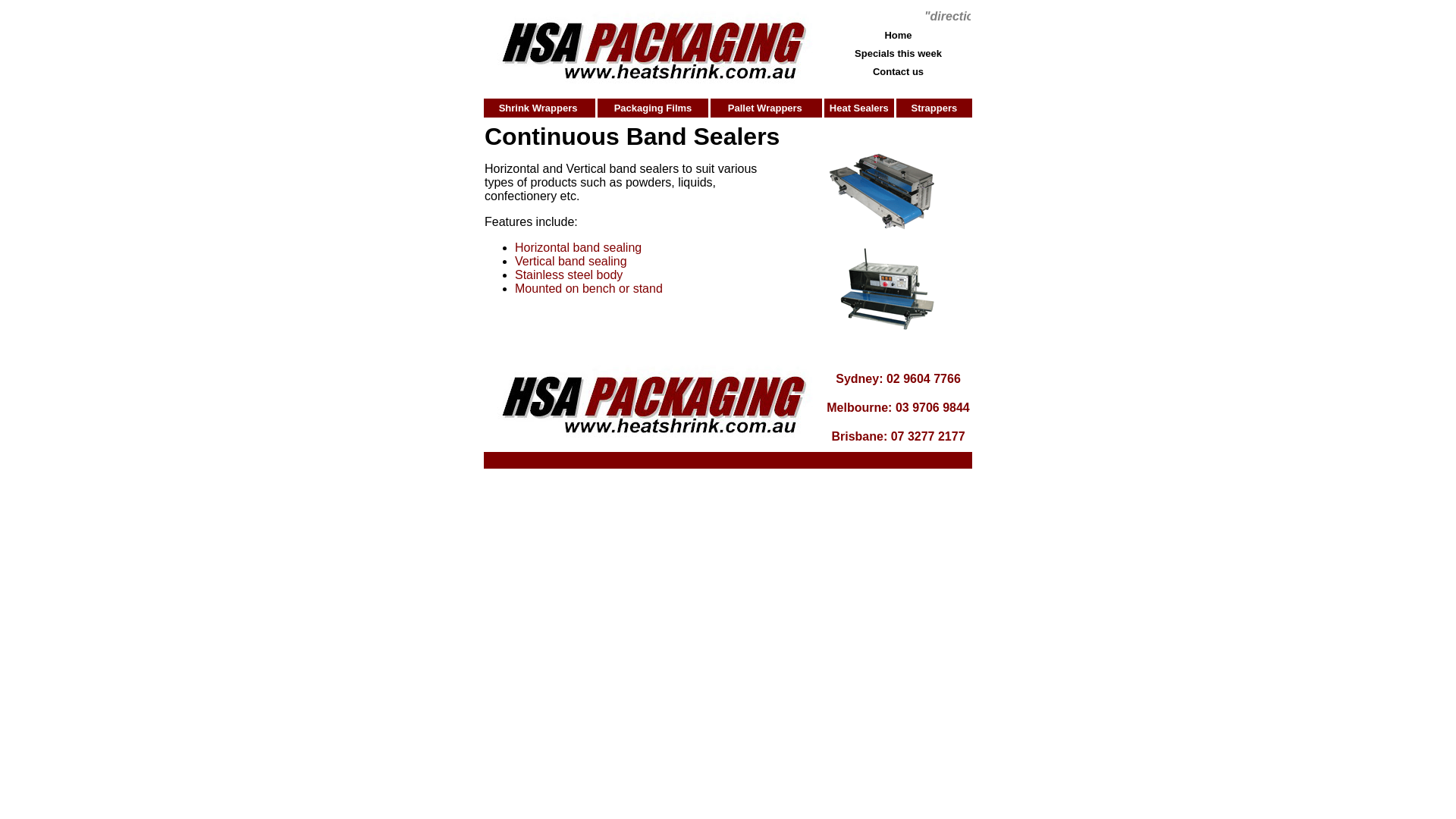 The width and height of the screenshot is (1456, 819). I want to click on 'Contact us', so click(873, 71).